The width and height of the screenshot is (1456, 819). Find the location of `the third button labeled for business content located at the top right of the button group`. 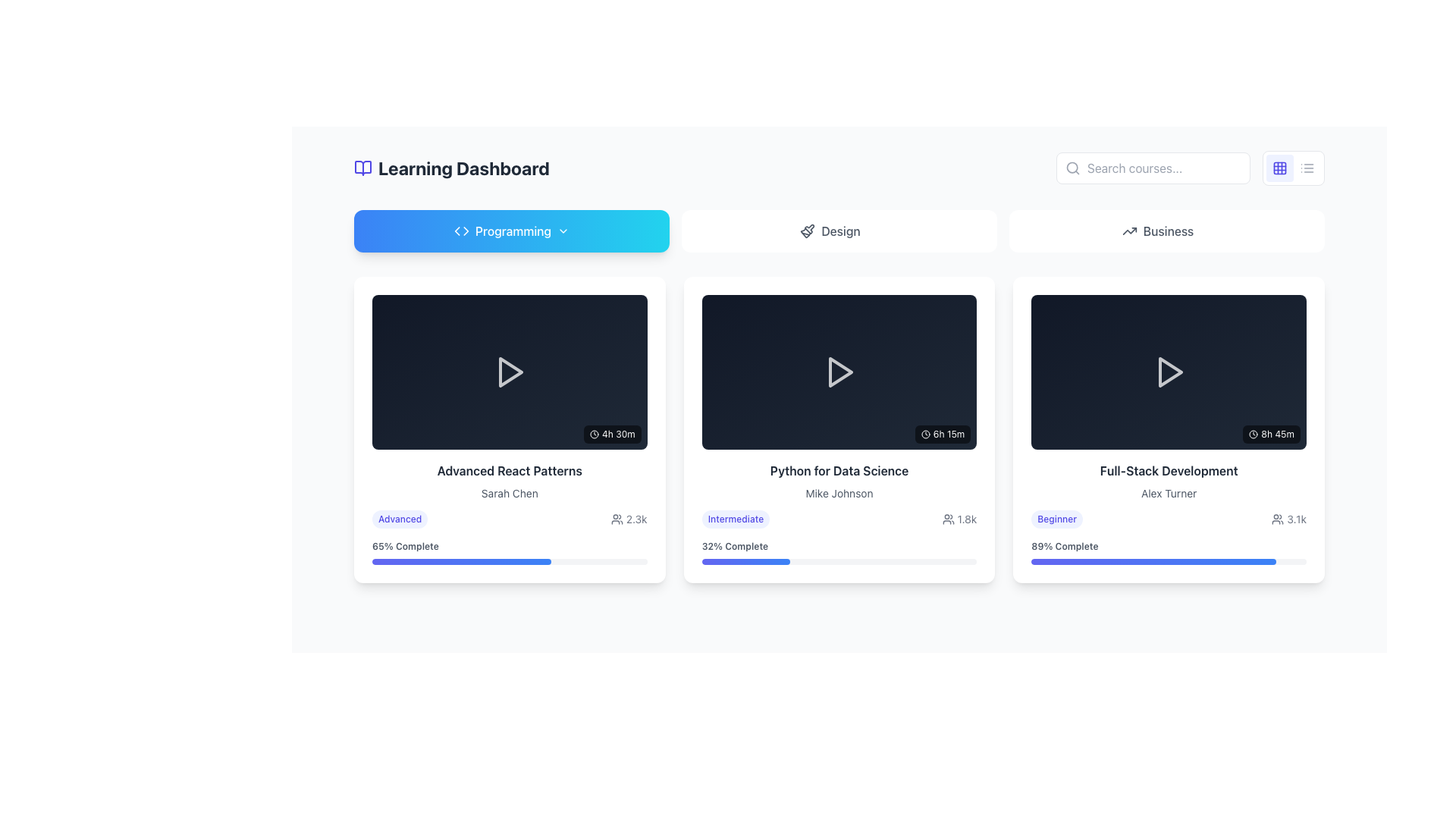

the third button labeled for business content located at the top right of the button group is located at coordinates (1166, 231).